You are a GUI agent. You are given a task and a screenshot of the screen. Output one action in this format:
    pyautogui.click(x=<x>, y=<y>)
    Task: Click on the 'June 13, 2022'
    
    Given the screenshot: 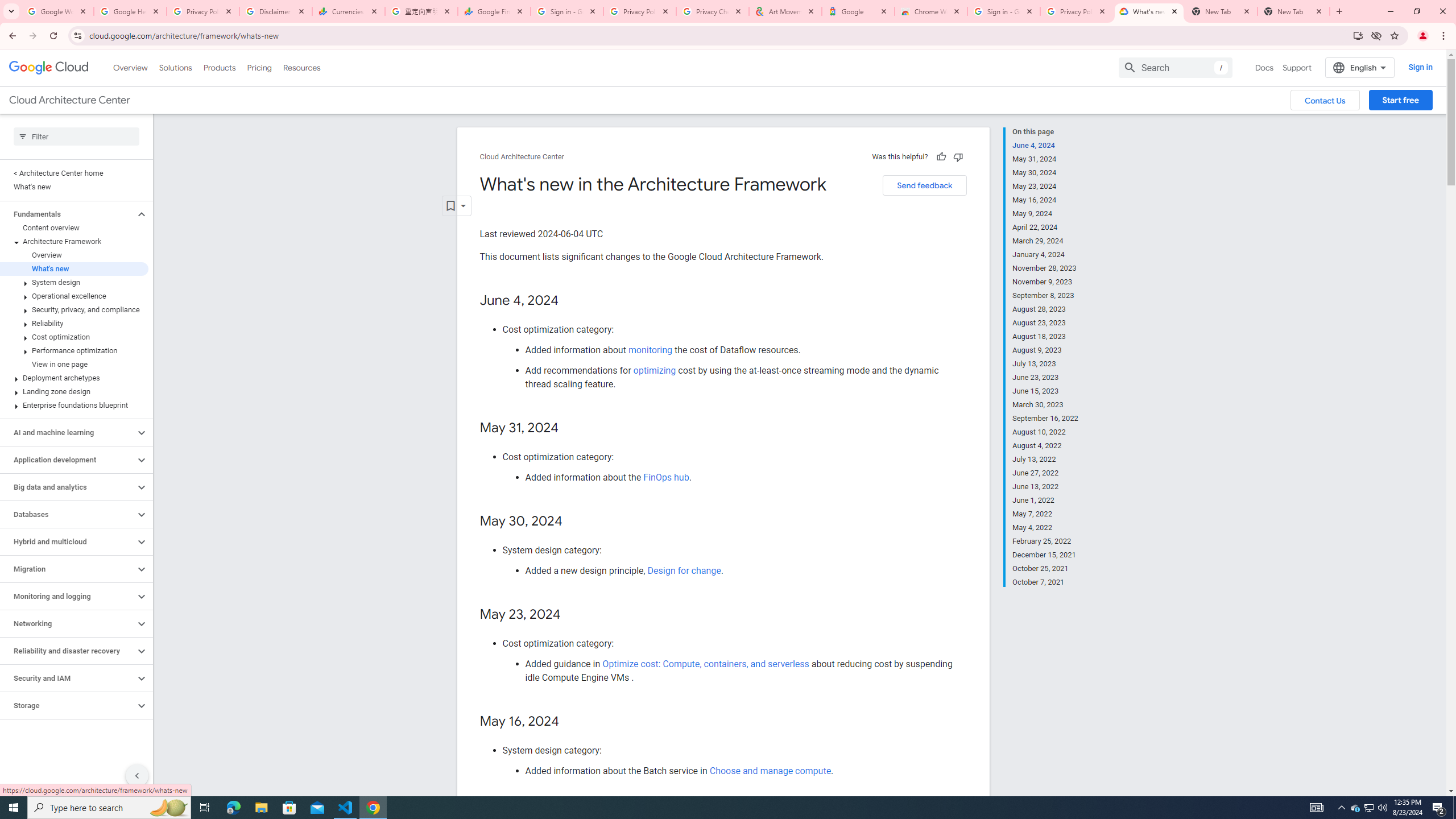 What is the action you would take?
    pyautogui.click(x=1045, y=486)
    